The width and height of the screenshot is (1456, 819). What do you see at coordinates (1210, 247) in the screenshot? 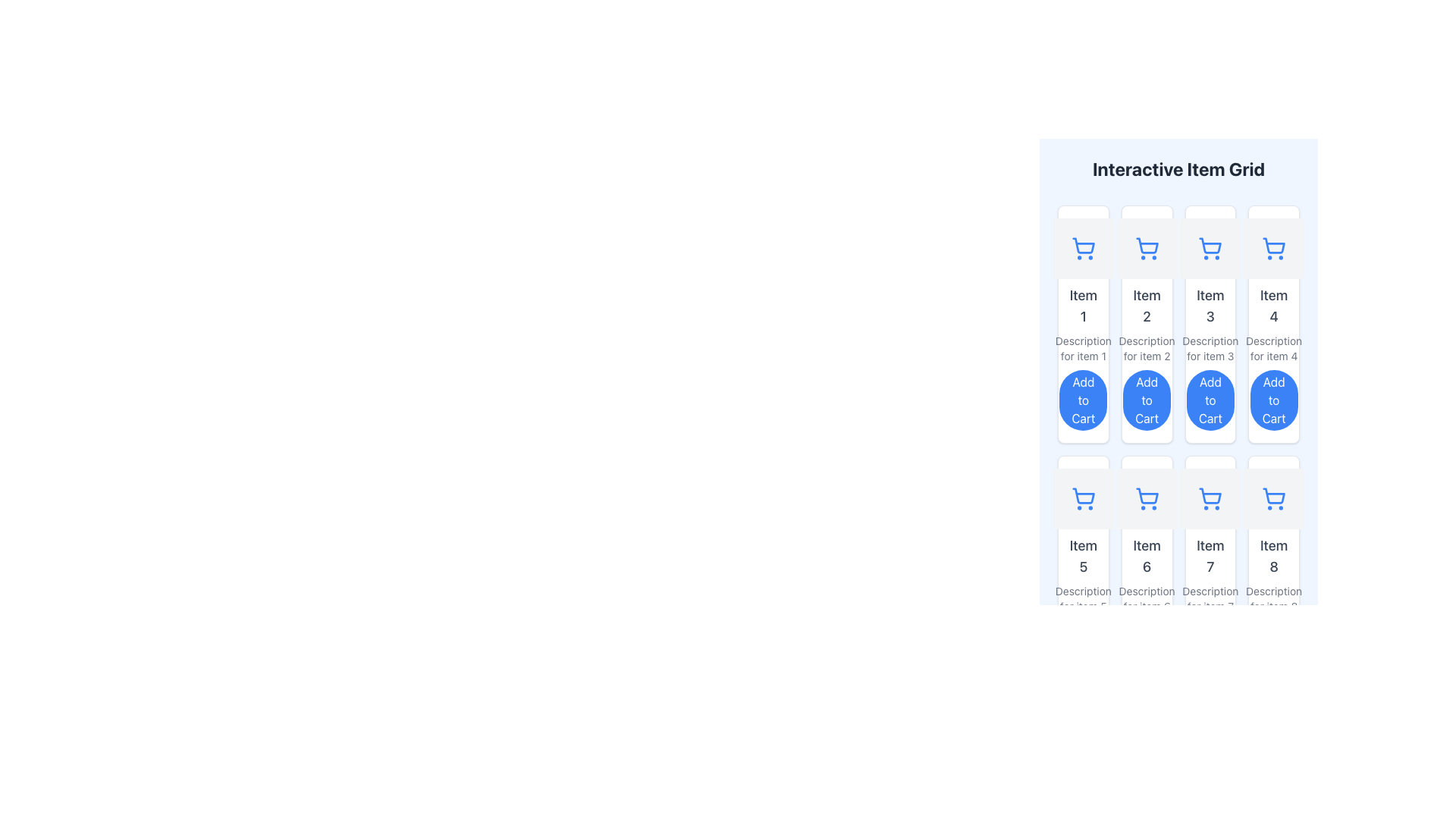
I see `the shopping cart icon located in the third column of the top row of the interactive grid` at bounding box center [1210, 247].